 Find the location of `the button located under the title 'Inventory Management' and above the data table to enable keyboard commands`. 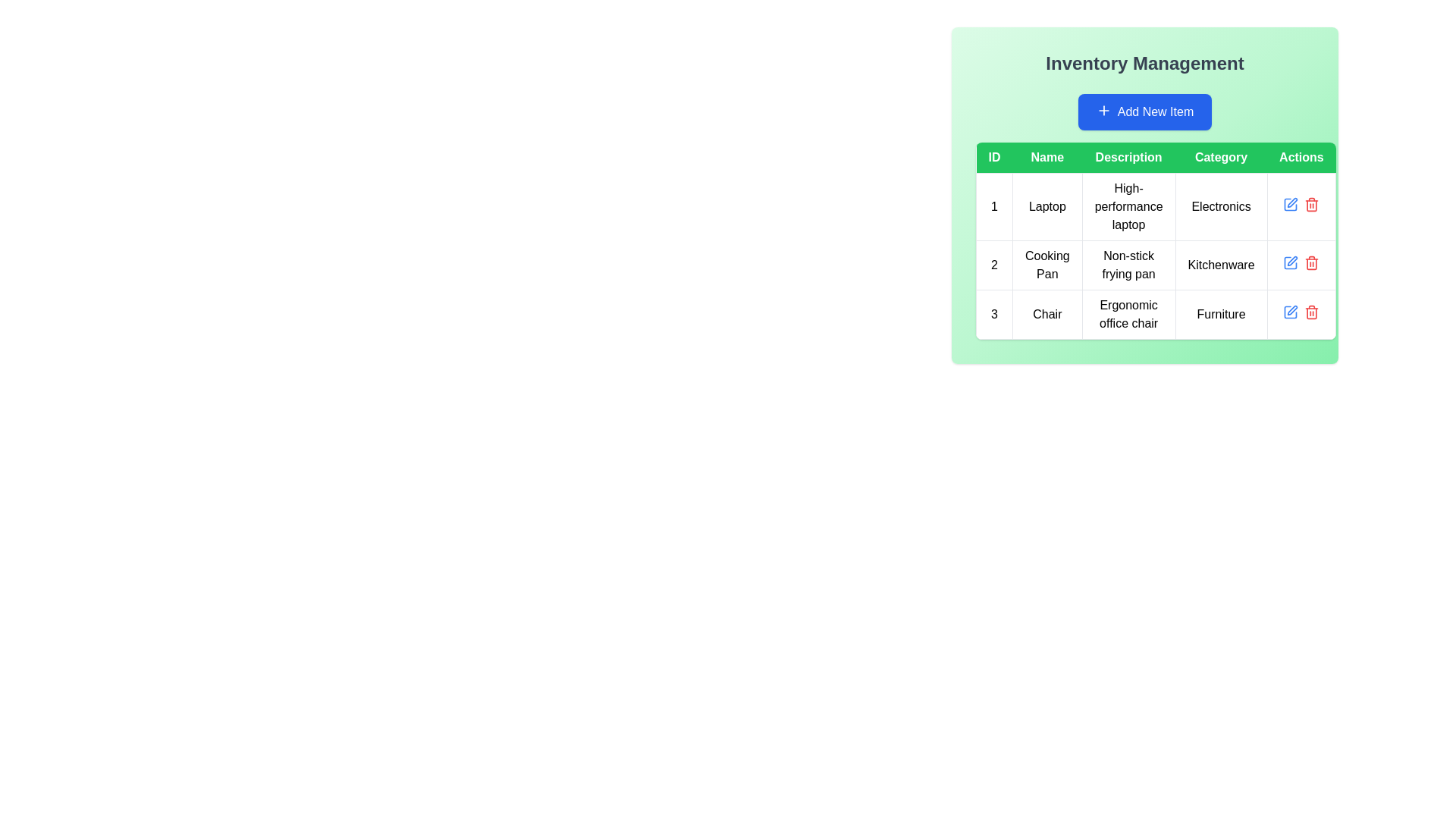

the button located under the title 'Inventory Management' and above the data table to enable keyboard commands is located at coordinates (1145, 111).